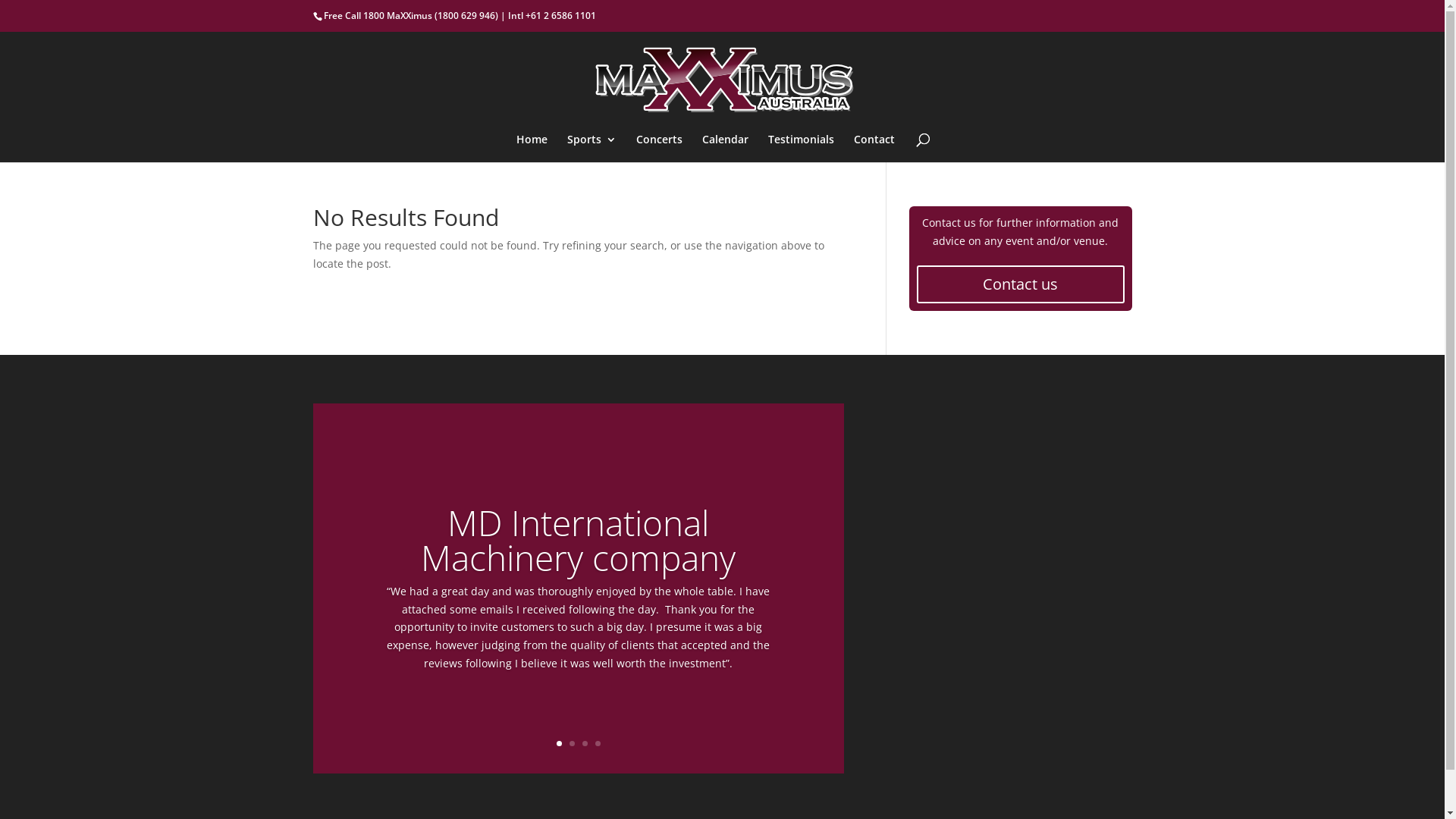 The height and width of the screenshot is (819, 1456). Describe the element at coordinates (532, 148) in the screenshot. I see `'Home'` at that location.